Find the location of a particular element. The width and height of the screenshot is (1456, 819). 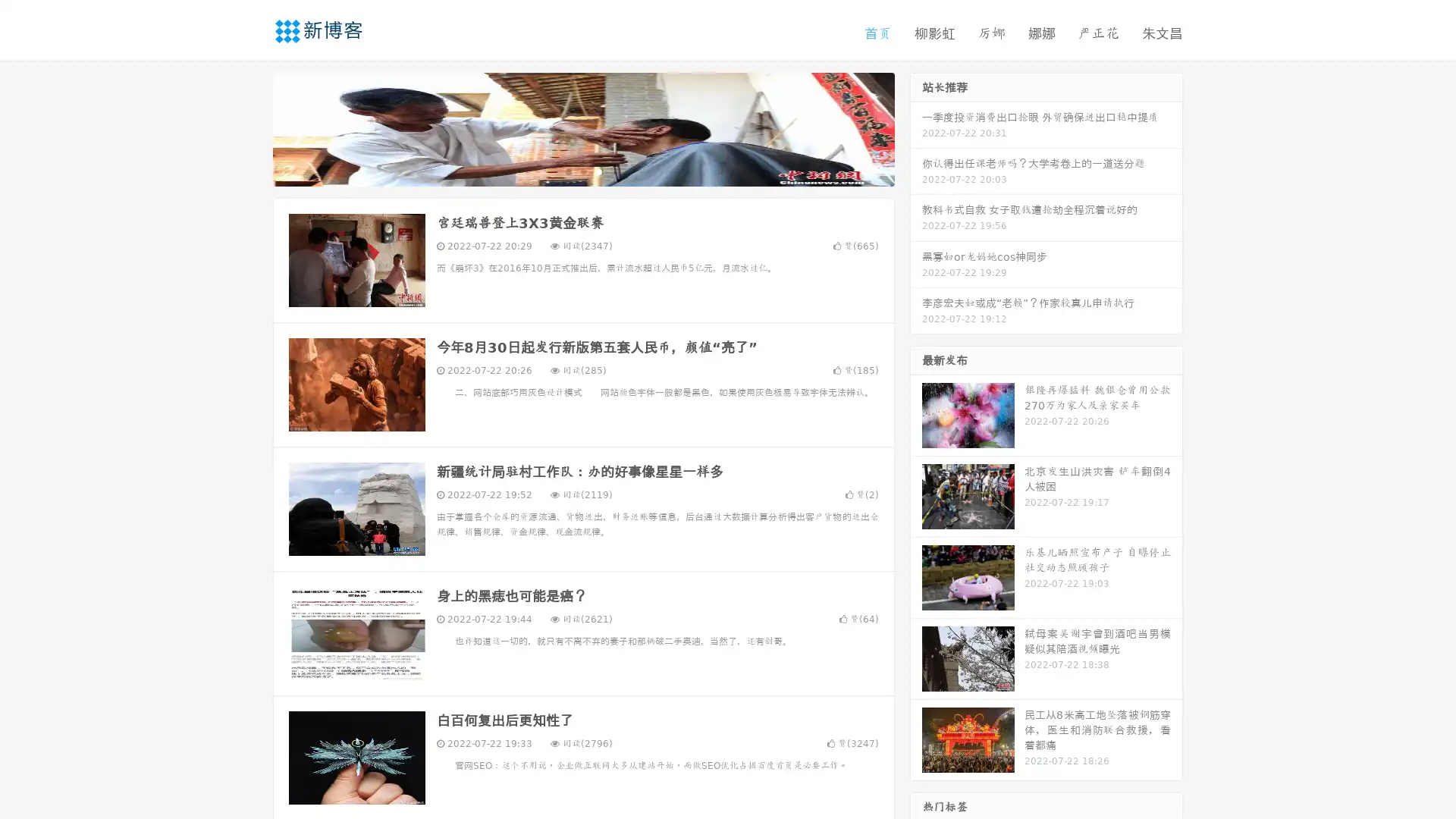

Previous slide is located at coordinates (250, 127).